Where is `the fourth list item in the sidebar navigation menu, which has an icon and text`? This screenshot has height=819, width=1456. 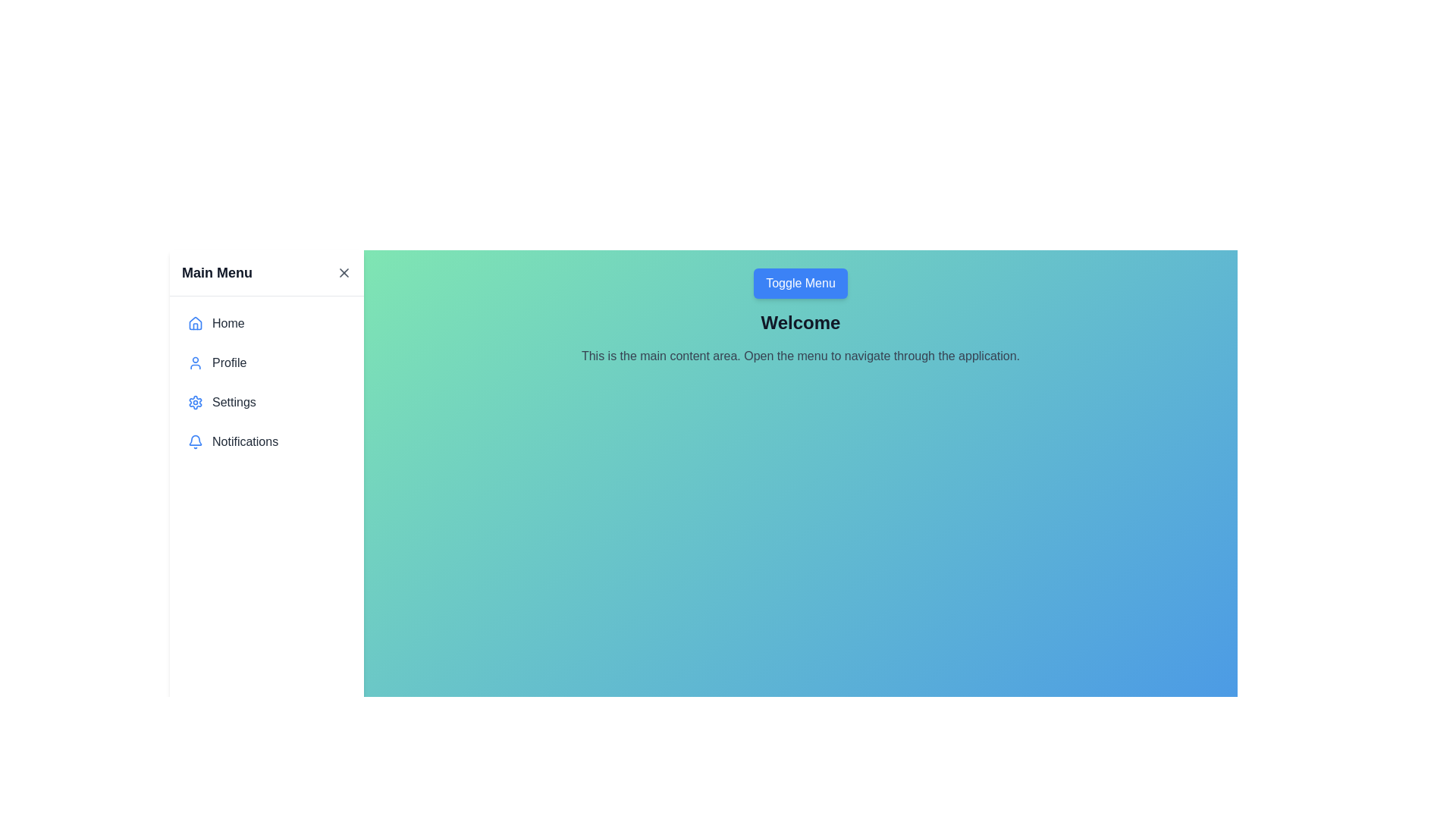
the fourth list item in the sidebar navigation menu, which has an icon and text is located at coordinates (266, 441).